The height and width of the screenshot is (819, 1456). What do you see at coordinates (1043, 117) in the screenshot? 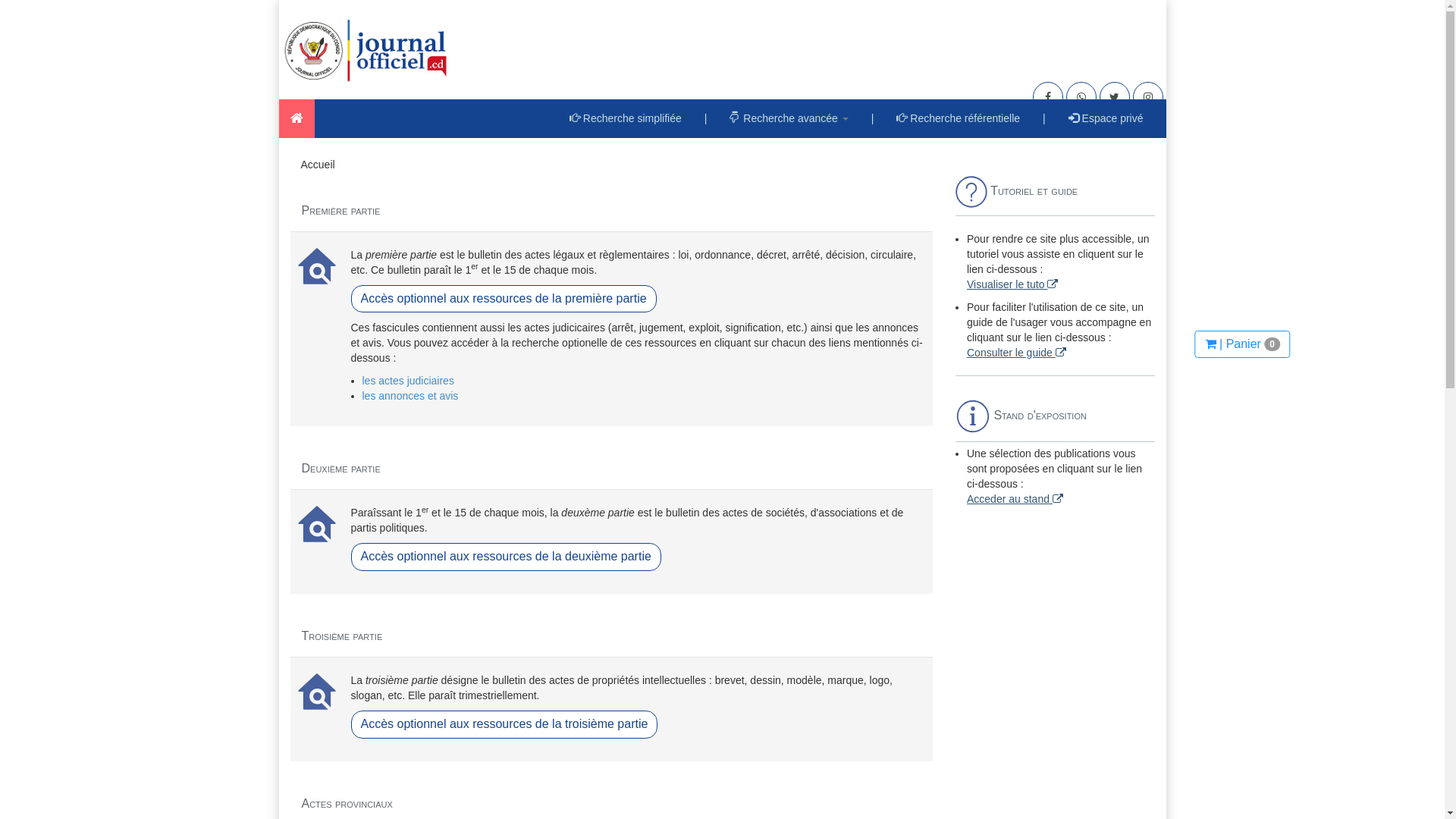
I see `'|'` at bounding box center [1043, 117].